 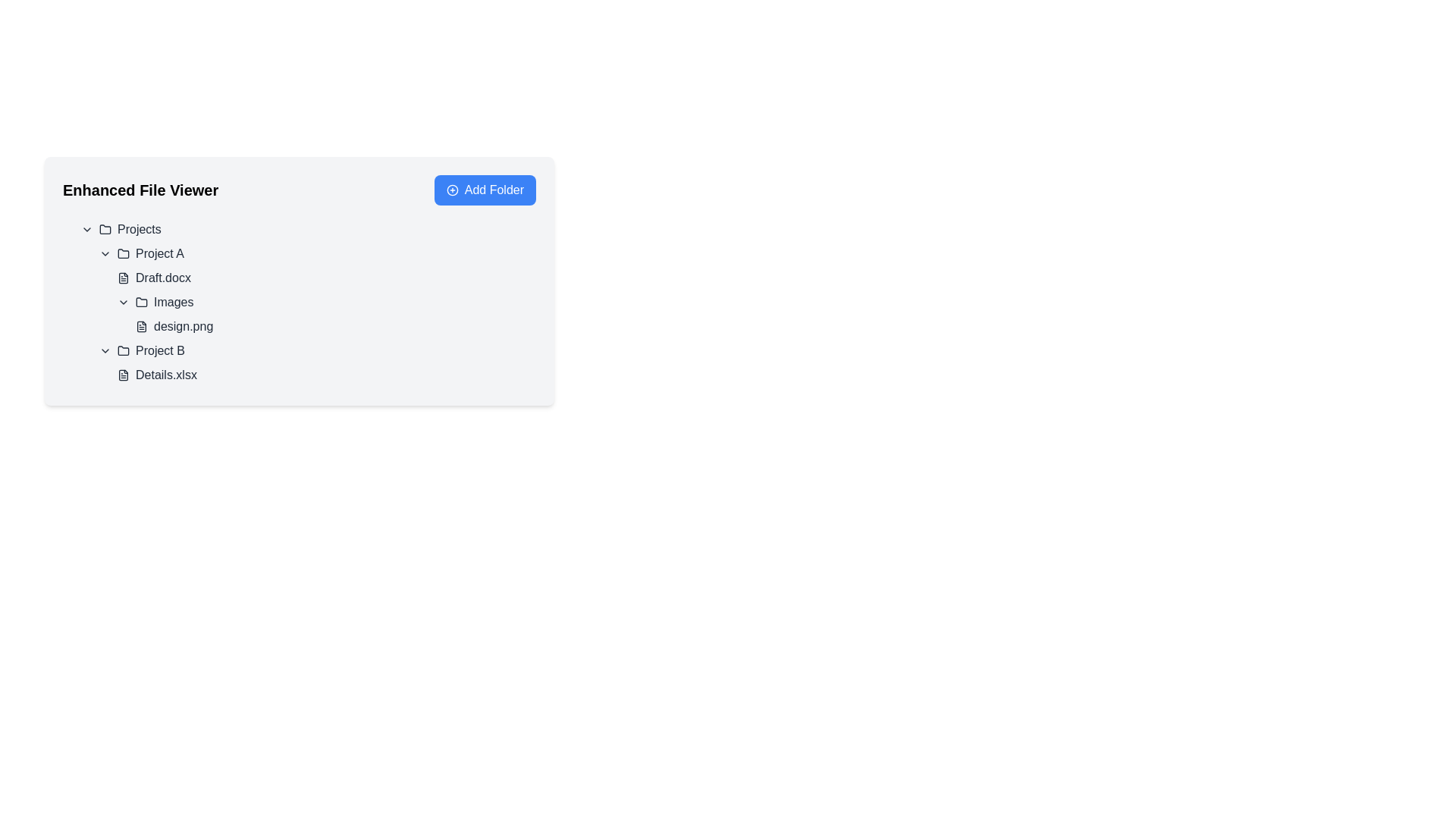 What do you see at coordinates (326, 302) in the screenshot?
I see `the Collapsible folder label under the 'Project A' section` at bounding box center [326, 302].